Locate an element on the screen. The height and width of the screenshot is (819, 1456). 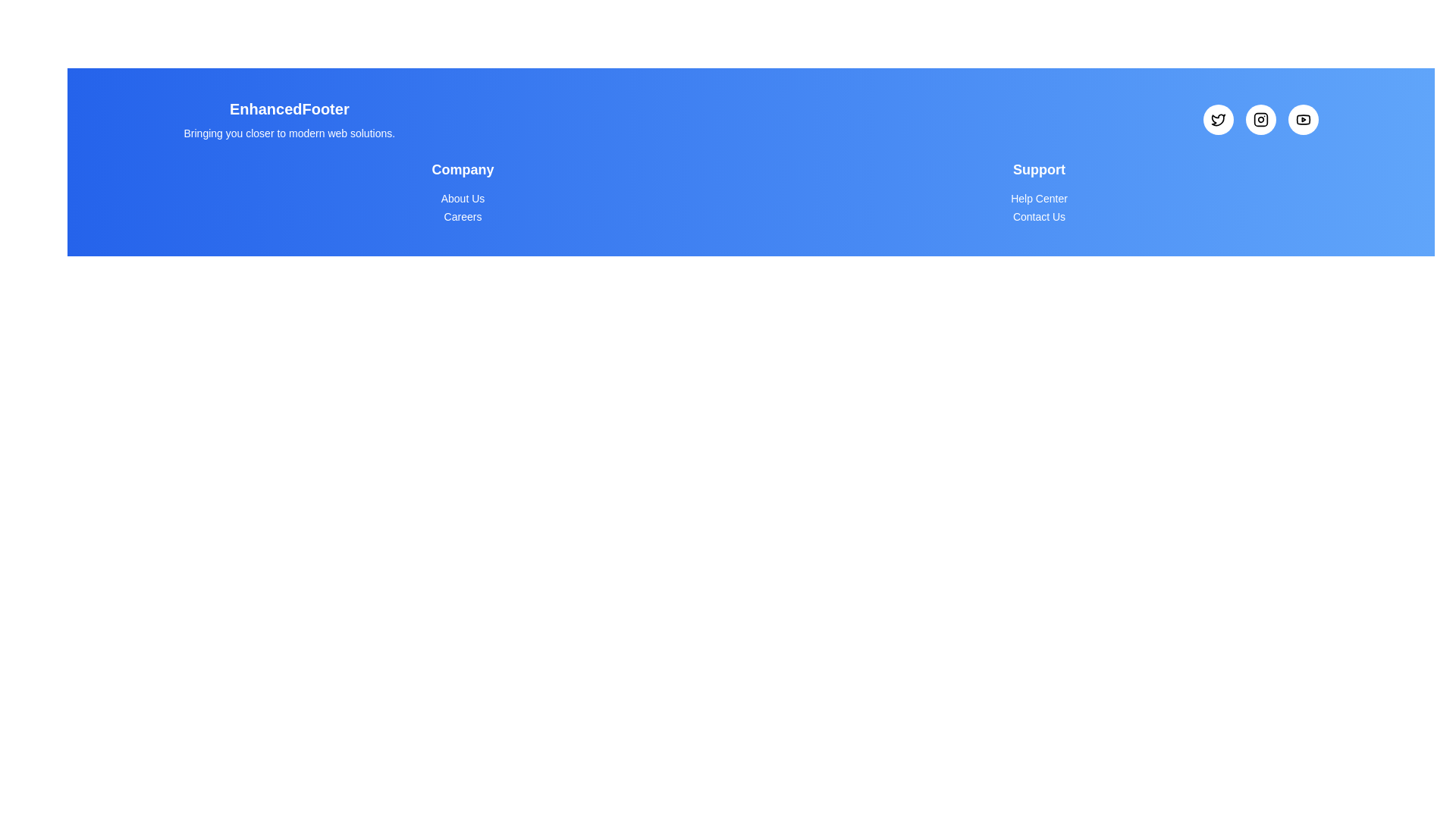
the 'Contact Us' hyperlink element located in the lower-right section of the interface under the 'Support' section is located at coordinates (1038, 216).